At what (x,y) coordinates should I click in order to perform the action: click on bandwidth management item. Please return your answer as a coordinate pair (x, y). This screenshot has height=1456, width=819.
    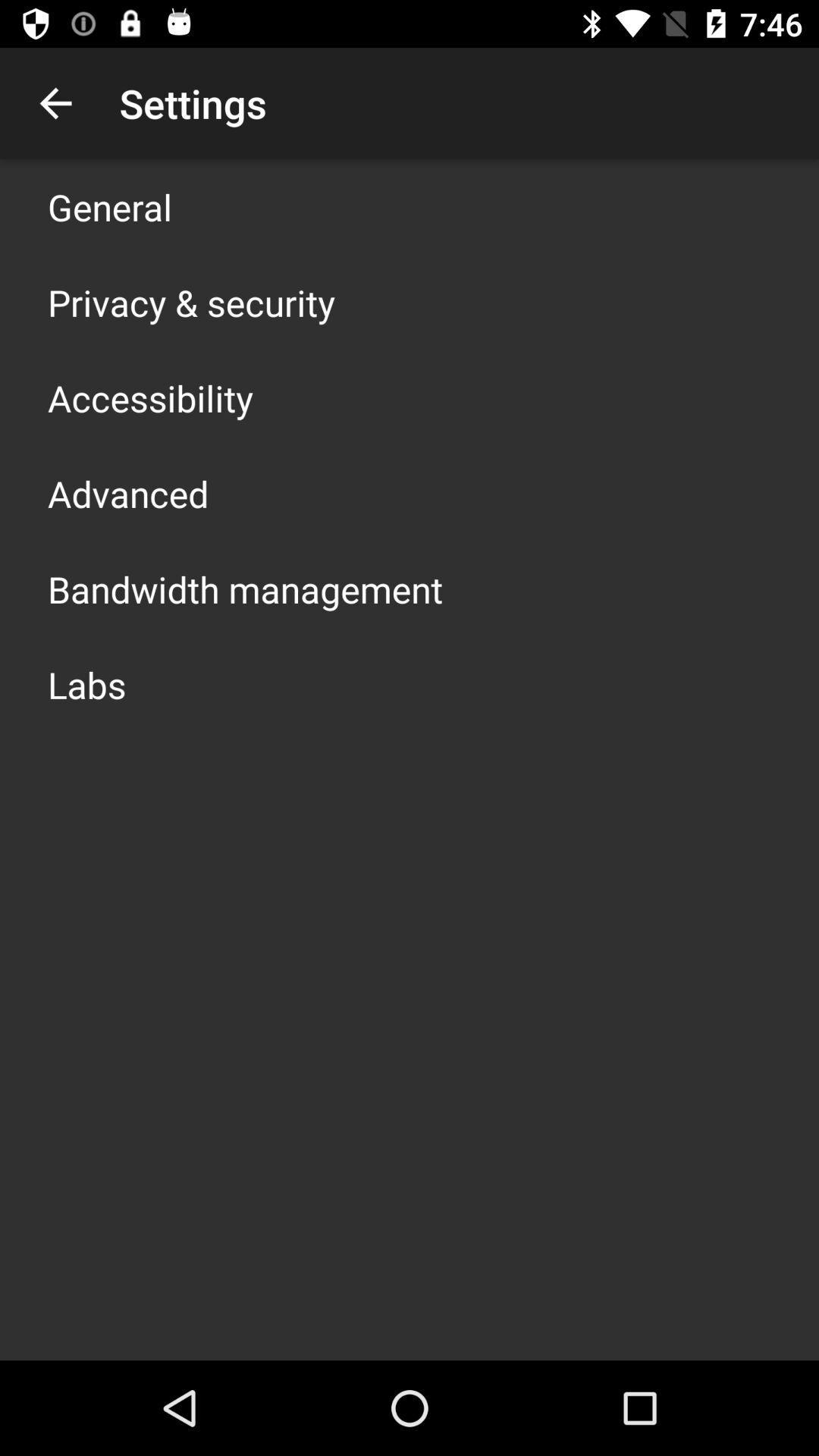
    Looking at the image, I should click on (244, 588).